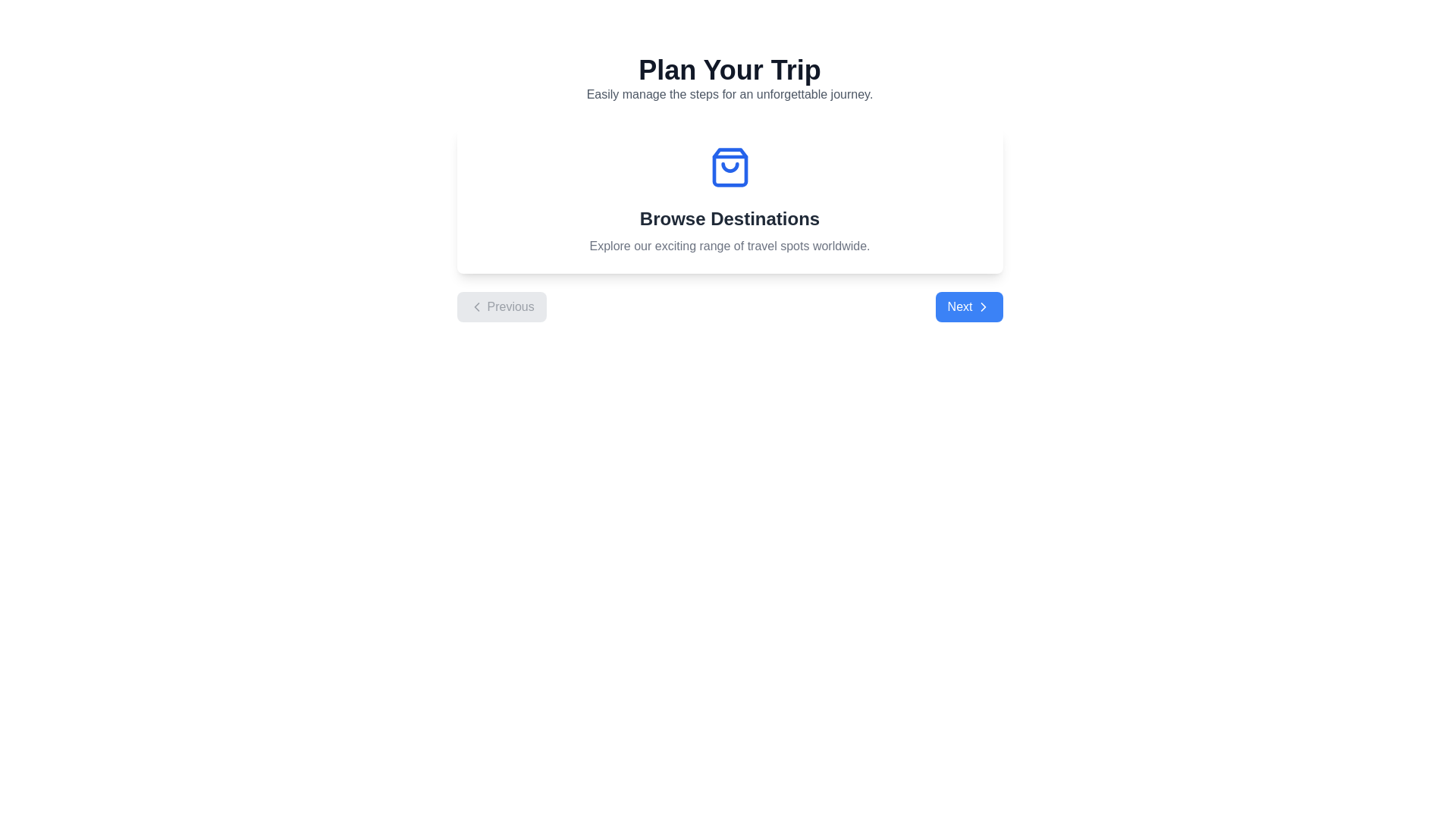 This screenshot has height=819, width=1456. Describe the element at coordinates (730, 167) in the screenshot. I see `the blue shopping bag icon, which is centrally positioned above the 'Browse Destinations' heading` at that location.